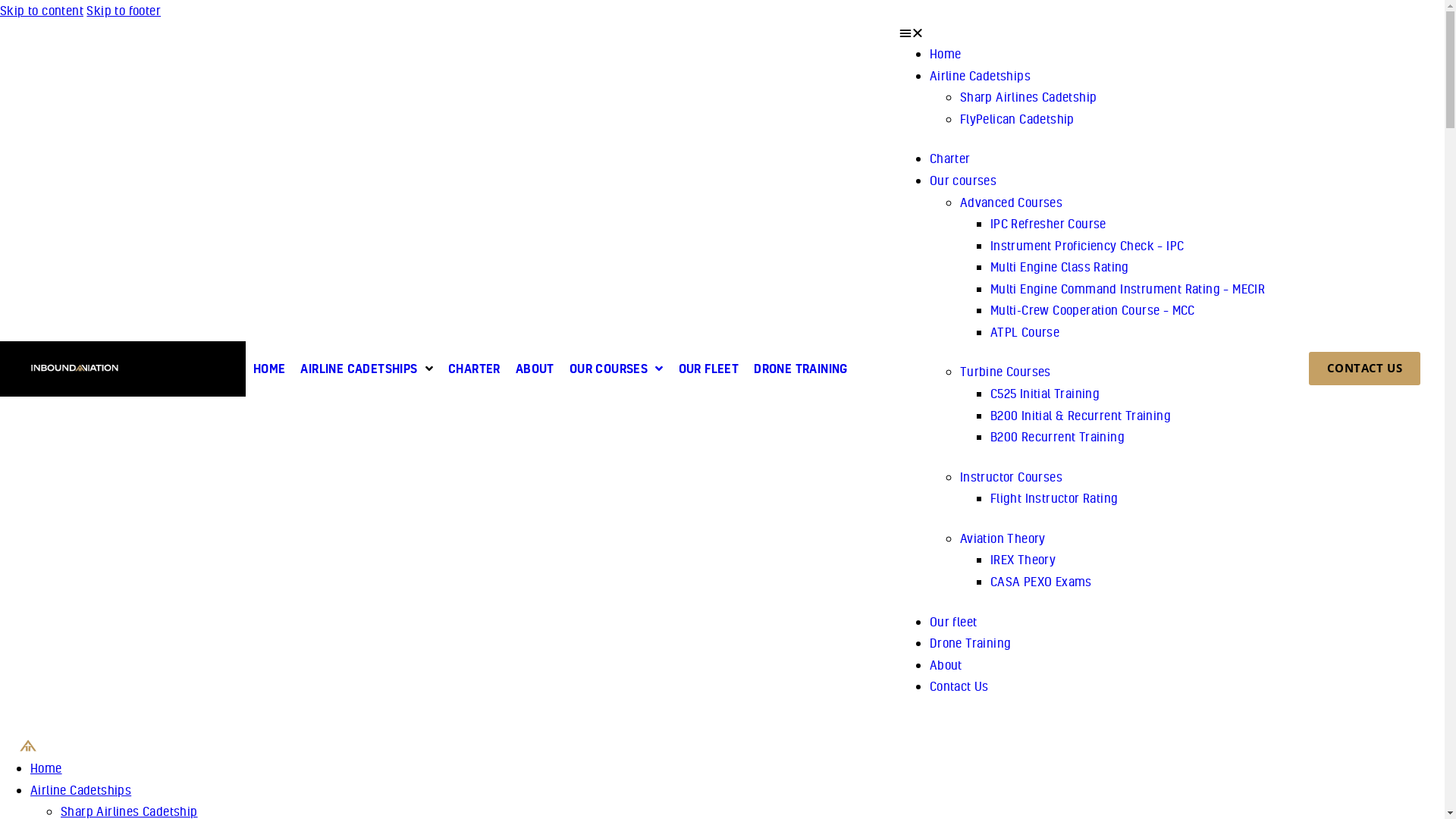 The height and width of the screenshot is (819, 1456). Describe the element at coordinates (971, 642) in the screenshot. I see `'Drone Training'` at that location.